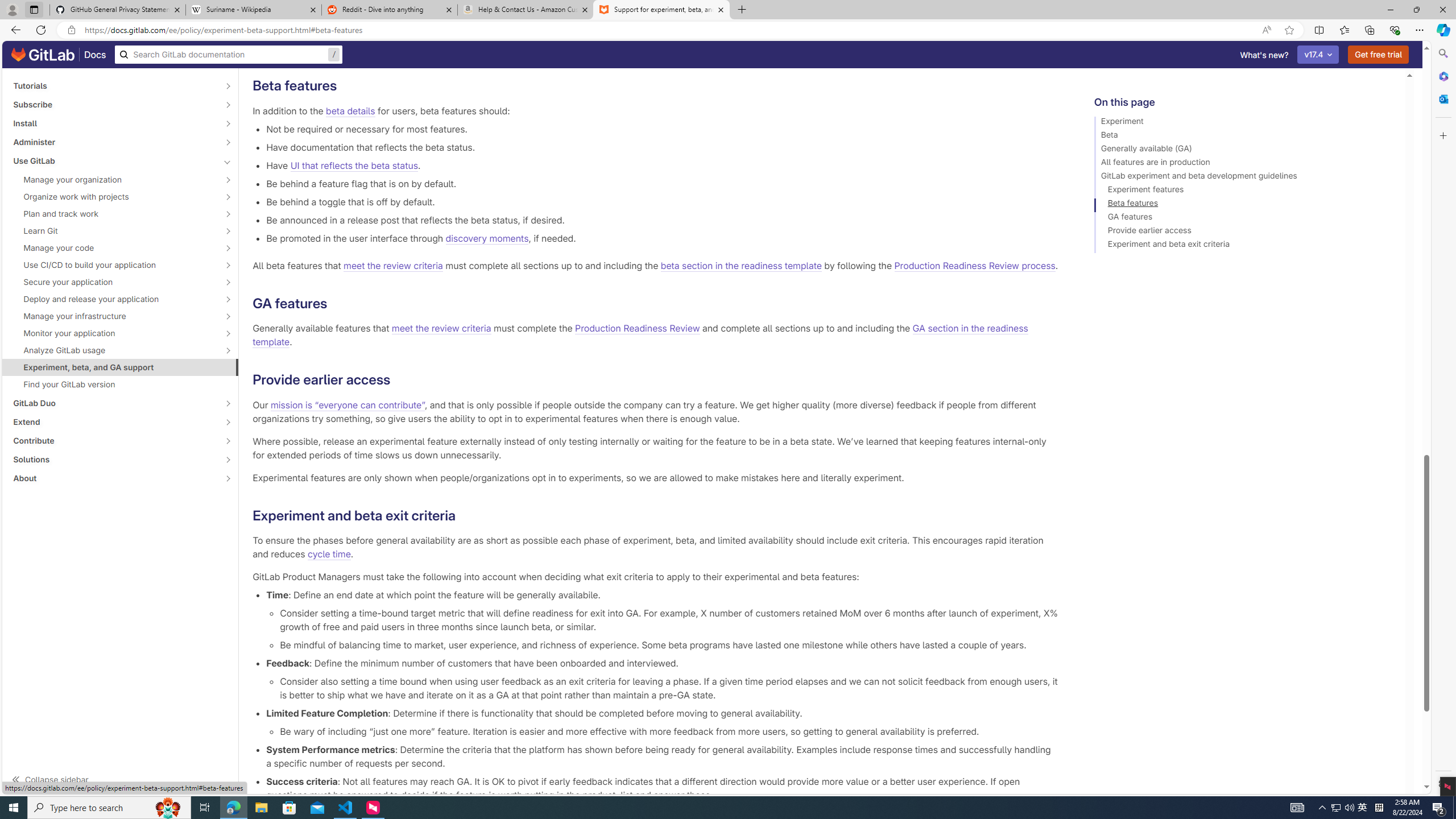  Describe the element at coordinates (113, 247) in the screenshot. I see `'Manage your code'` at that location.